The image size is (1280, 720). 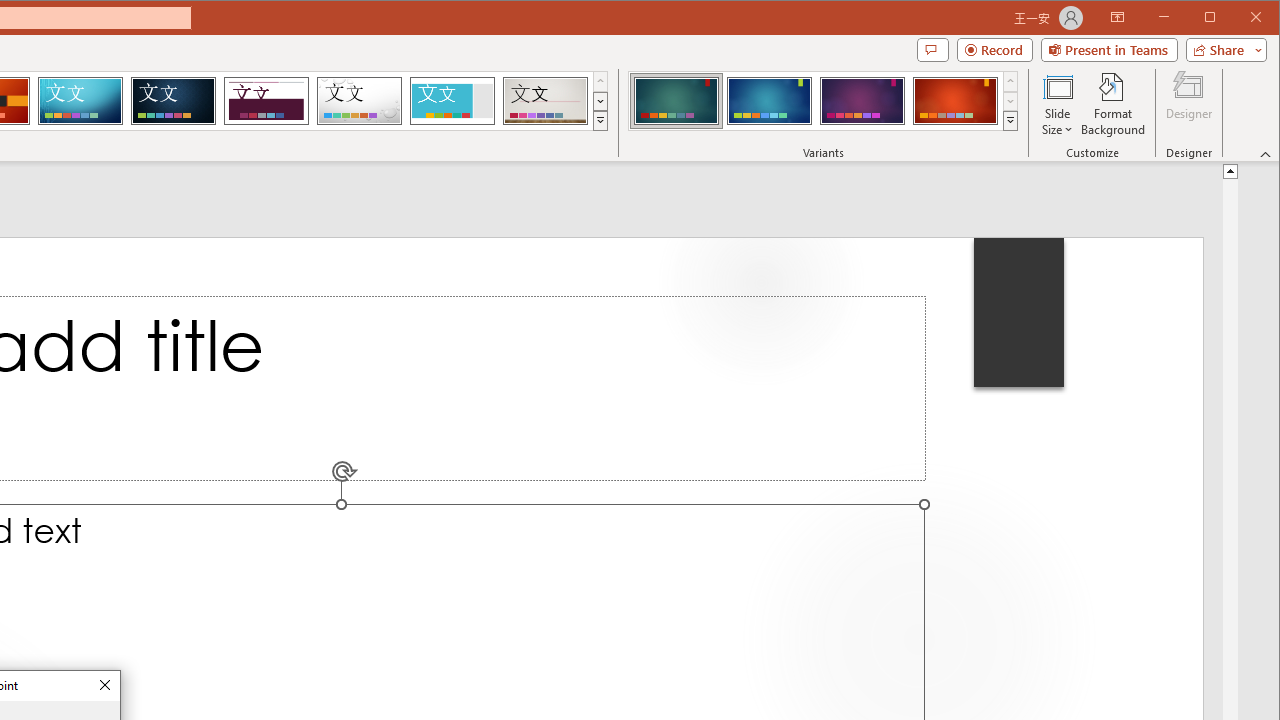 What do you see at coordinates (80, 100) in the screenshot?
I see `'Circuit'` at bounding box center [80, 100].